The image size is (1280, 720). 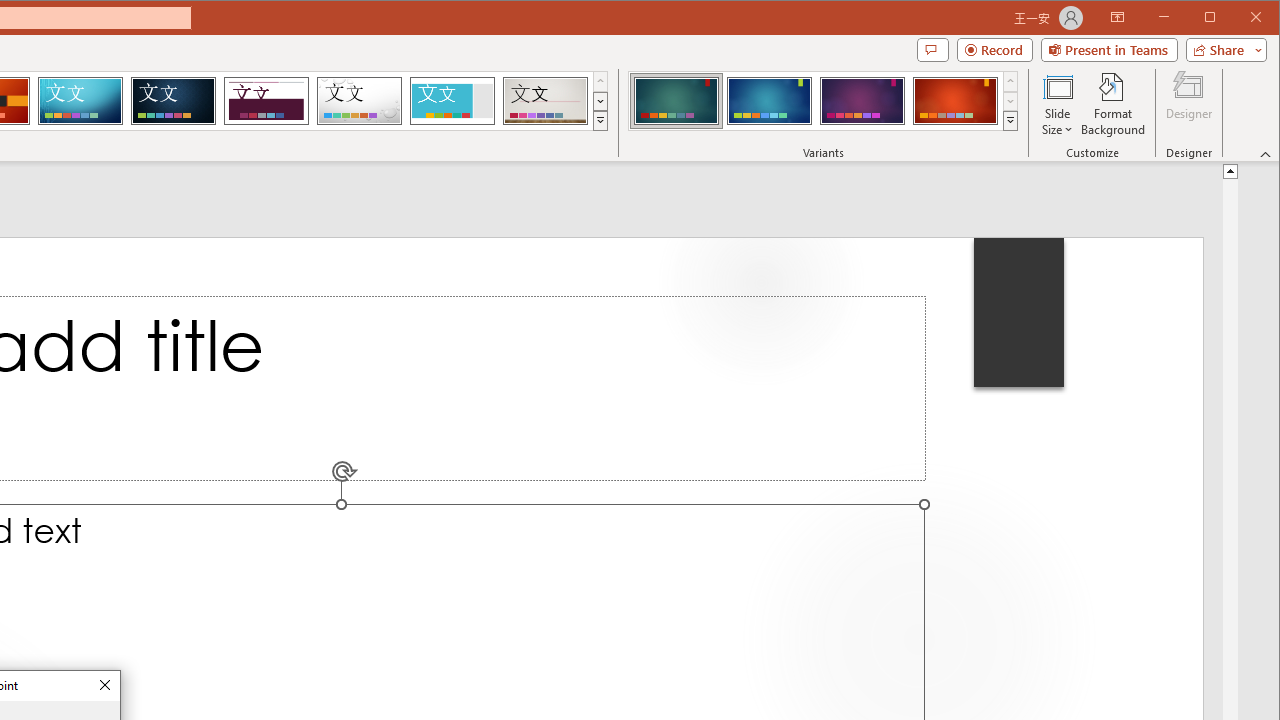 What do you see at coordinates (80, 100) in the screenshot?
I see `'Circuit'` at bounding box center [80, 100].